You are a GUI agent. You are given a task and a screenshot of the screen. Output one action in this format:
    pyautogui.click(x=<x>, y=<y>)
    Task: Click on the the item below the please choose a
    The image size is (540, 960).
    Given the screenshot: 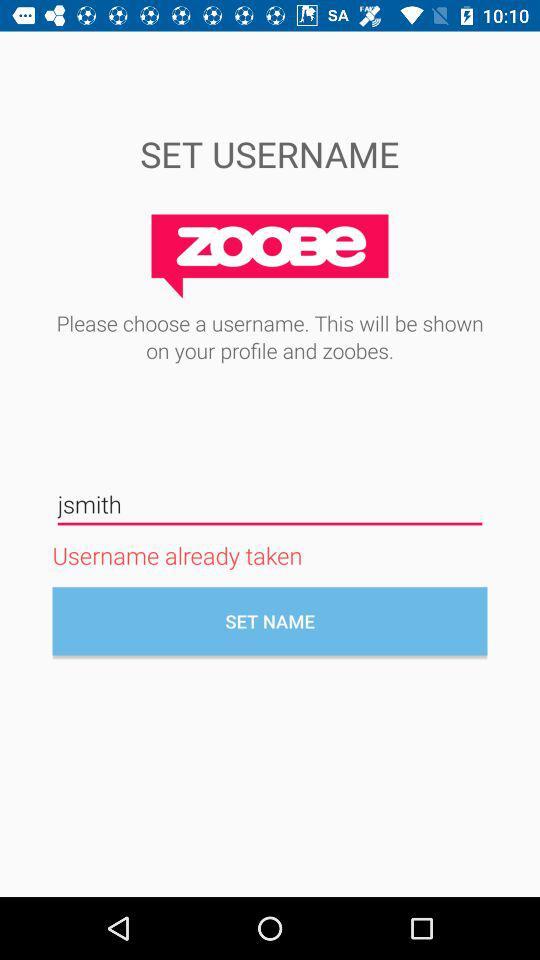 What is the action you would take?
    pyautogui.click(x=270, y=503)
    